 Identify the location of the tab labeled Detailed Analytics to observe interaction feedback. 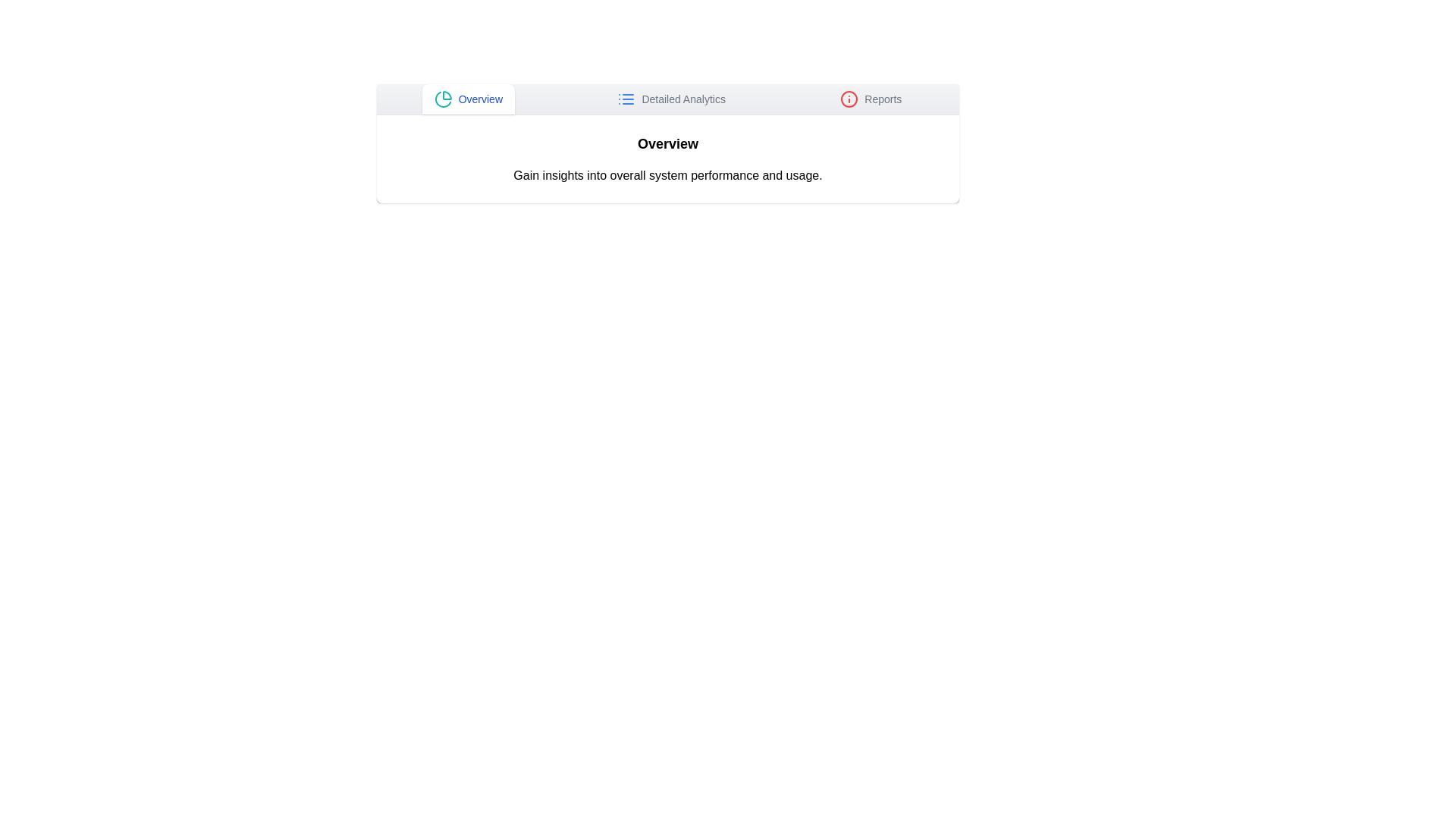
(670, 99).